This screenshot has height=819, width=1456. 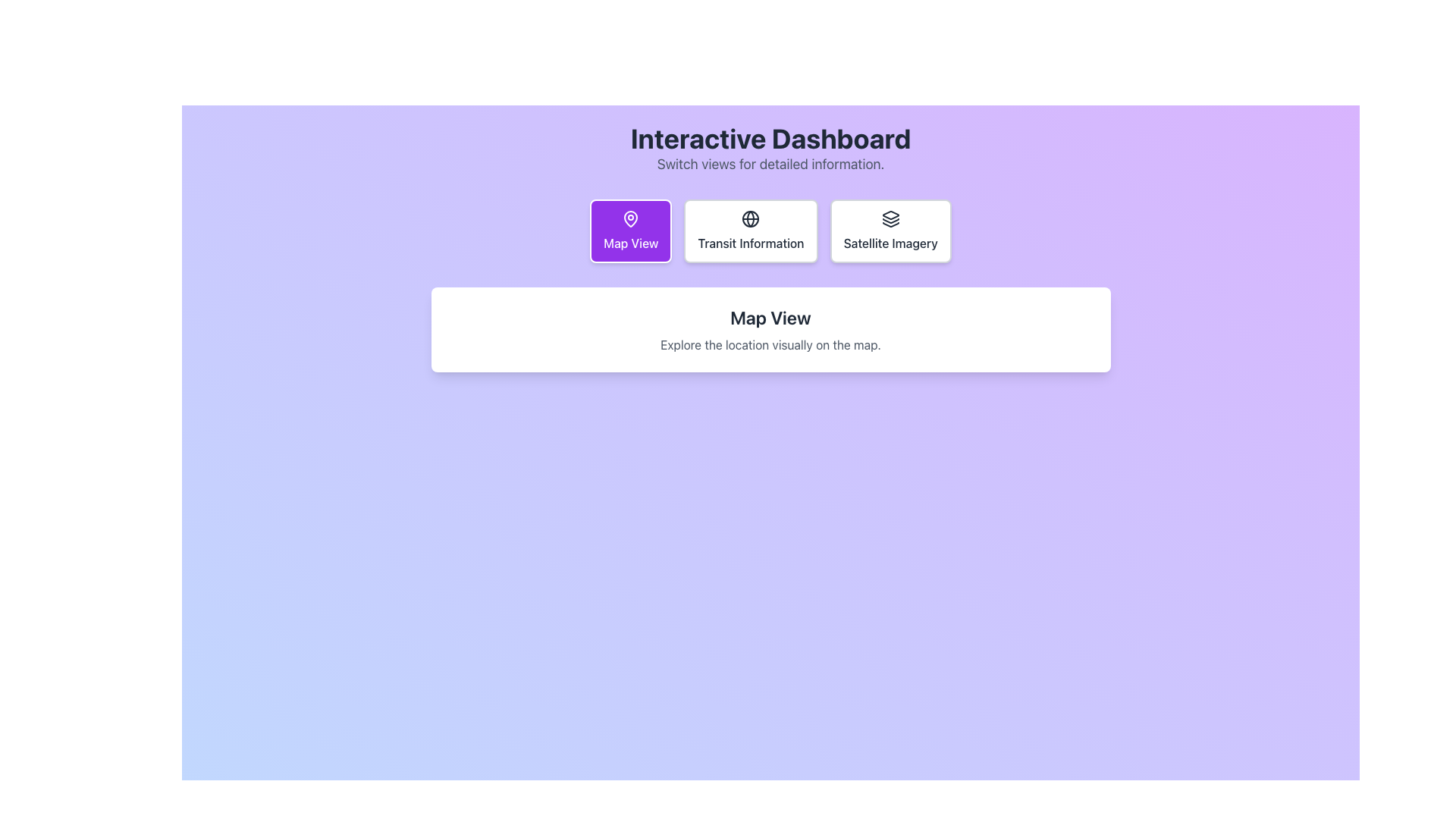 What do you see at coordinates (751, 219) in the screenshot?
I see `the circular component of the globe icon within the 'Transit Information' button, which is centrally located among the three horizontally aligned buttons` at bounding box center [751, 219].